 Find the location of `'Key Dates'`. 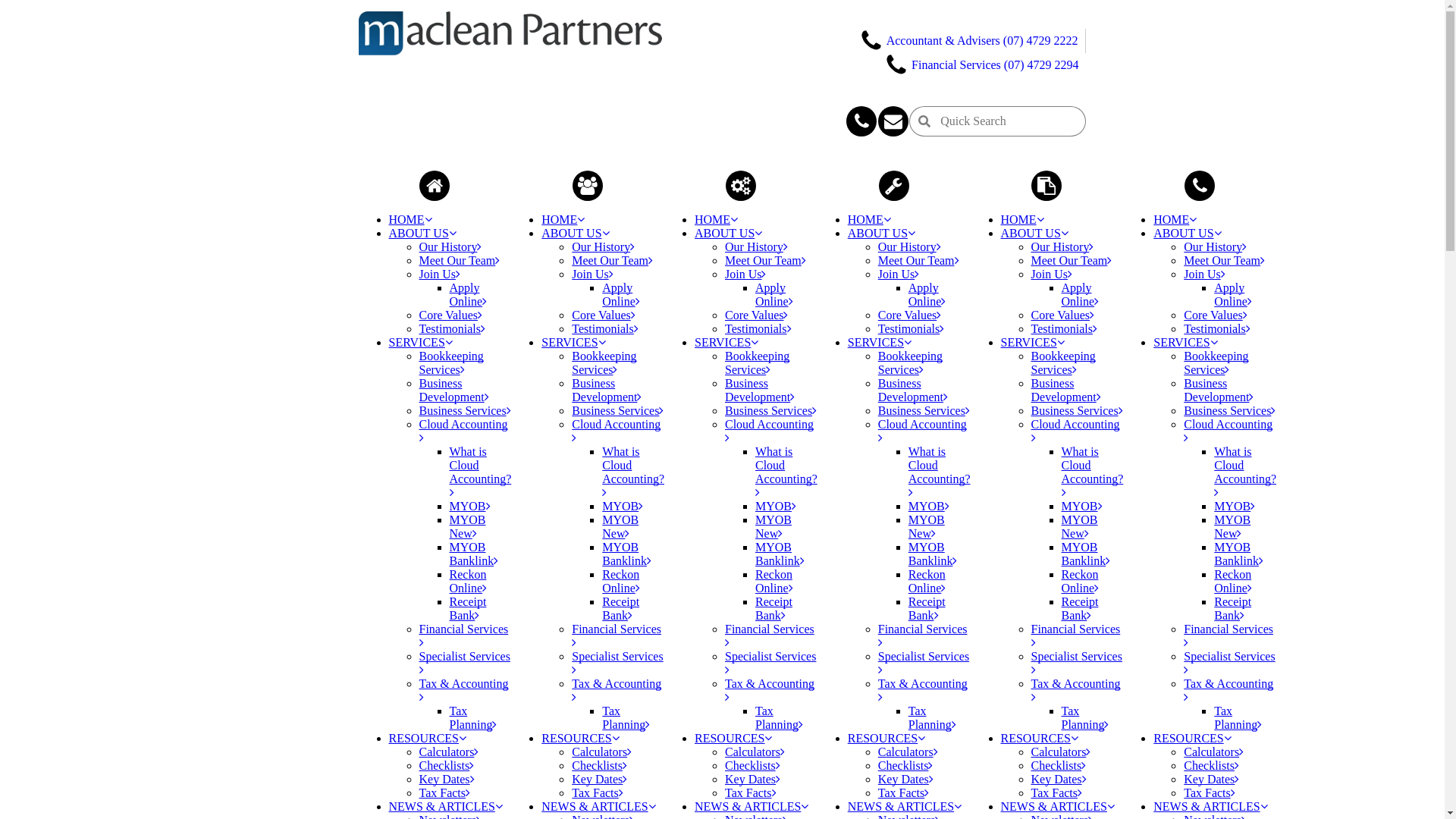

'Key Dates' is located at coordinates (445, 779).